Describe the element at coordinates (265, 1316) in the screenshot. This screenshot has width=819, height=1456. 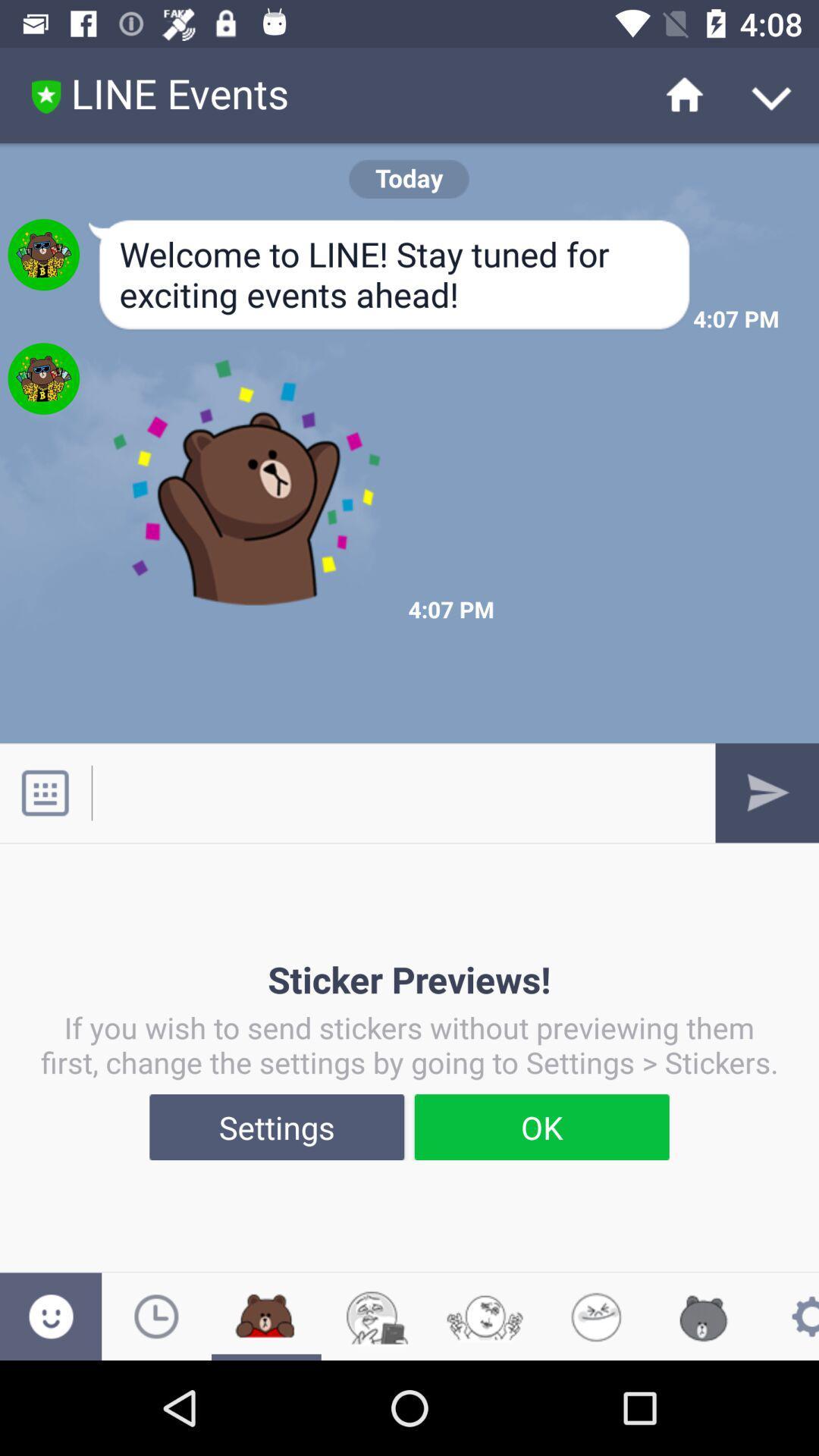
I see `the date_range icon` at that location.